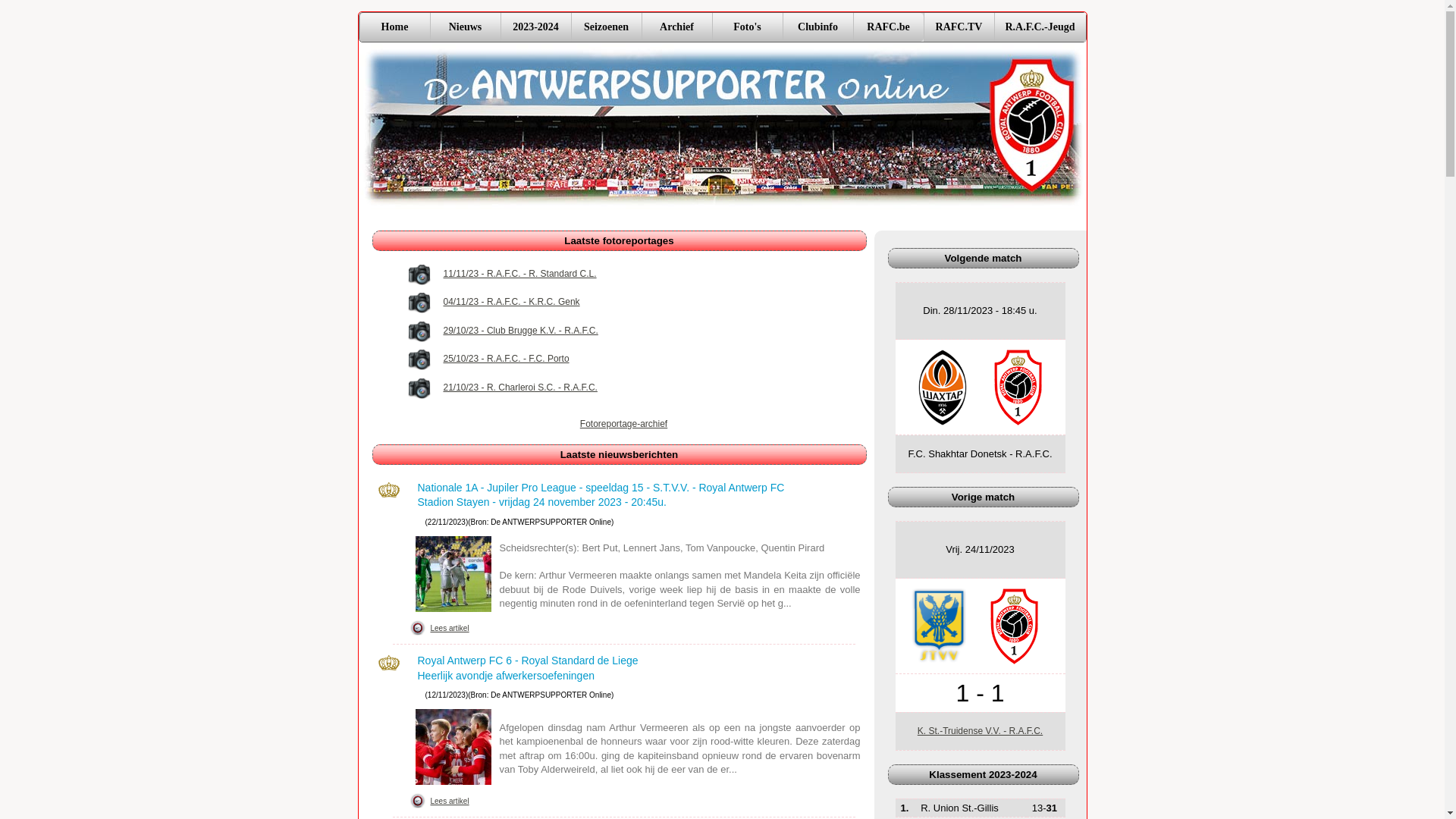 The width and height of the screenshot is (1456, 819). What do you see at coordinates (623, 424) in the screenshot?
I see `'Fotoreportage-archief'` at bounding box center [623, 424].